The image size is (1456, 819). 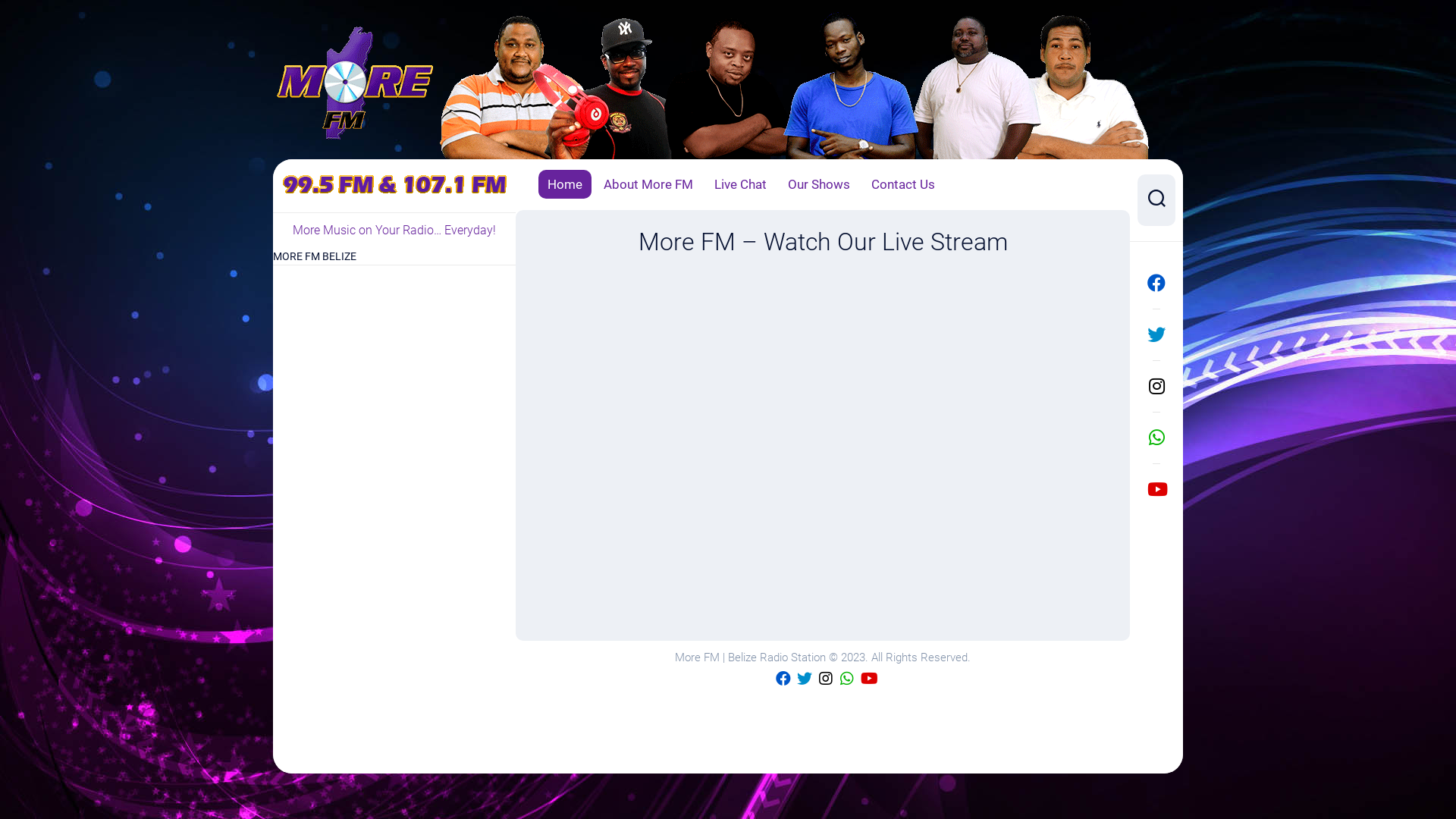 What do you see at coordinates (818, 184) in the screenshot?
I see `'Our Shows'` at bounding box center [818, 184].